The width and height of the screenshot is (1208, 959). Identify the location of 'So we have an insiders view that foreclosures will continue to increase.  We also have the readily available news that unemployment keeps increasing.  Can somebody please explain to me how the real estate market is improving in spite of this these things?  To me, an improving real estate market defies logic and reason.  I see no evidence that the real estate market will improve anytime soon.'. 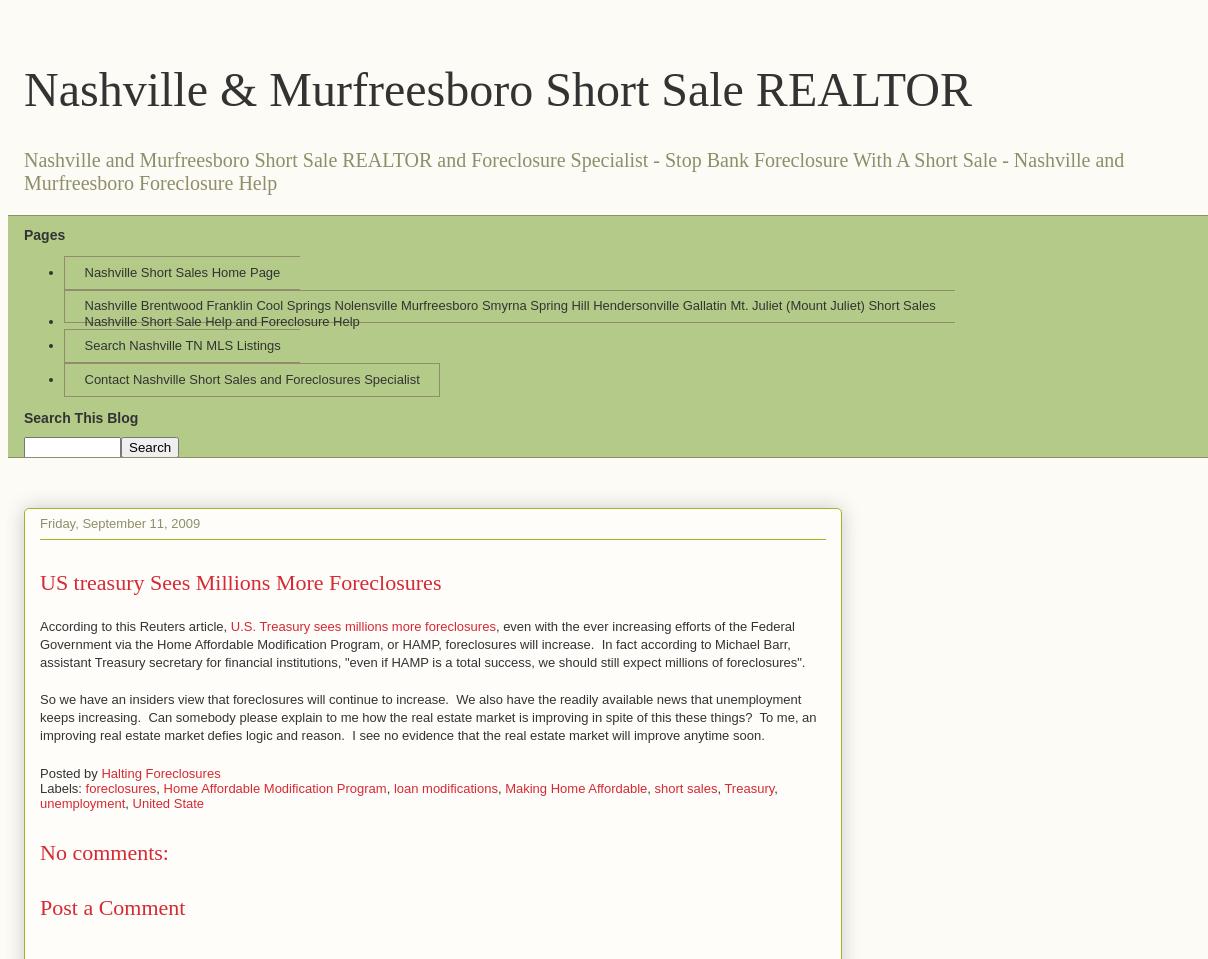
(426, 716).